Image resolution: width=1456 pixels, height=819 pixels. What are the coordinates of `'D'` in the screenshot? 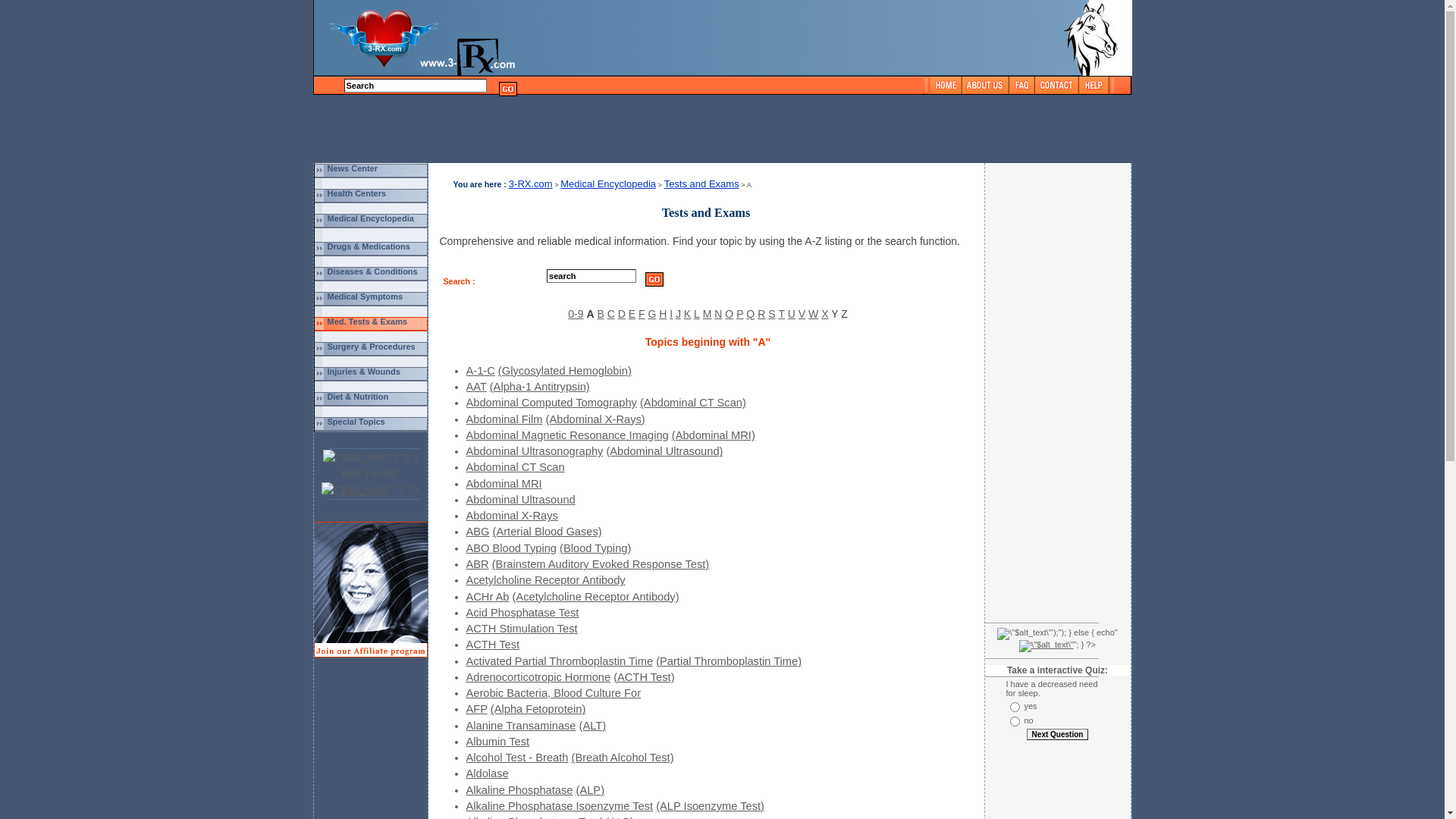 It's located at (622, 312).